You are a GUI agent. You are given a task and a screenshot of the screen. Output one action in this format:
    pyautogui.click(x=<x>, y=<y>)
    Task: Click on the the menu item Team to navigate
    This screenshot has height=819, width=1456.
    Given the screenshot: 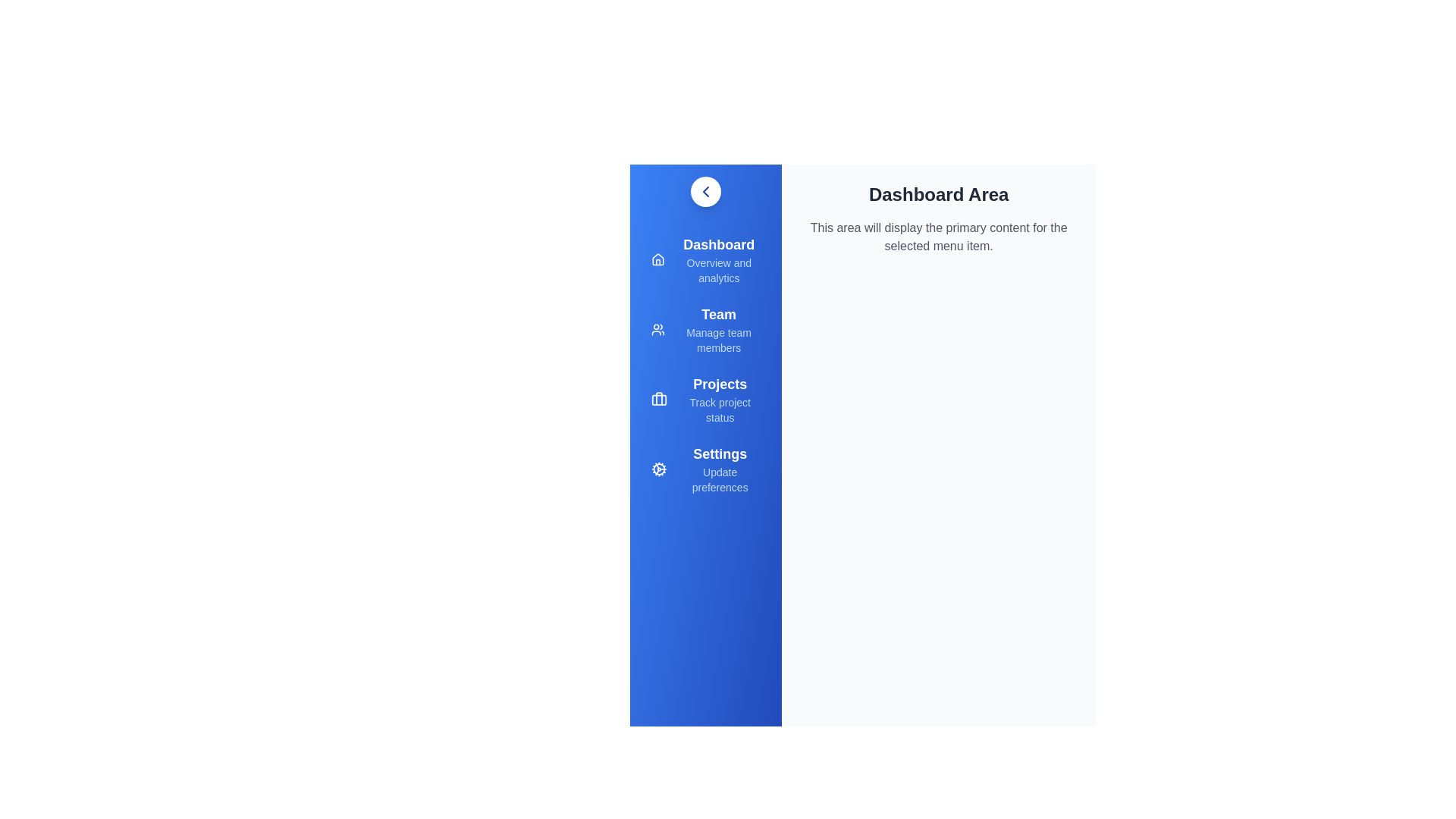 What is the action you would take?
    pyautogui.click(x=705, y=329)
    